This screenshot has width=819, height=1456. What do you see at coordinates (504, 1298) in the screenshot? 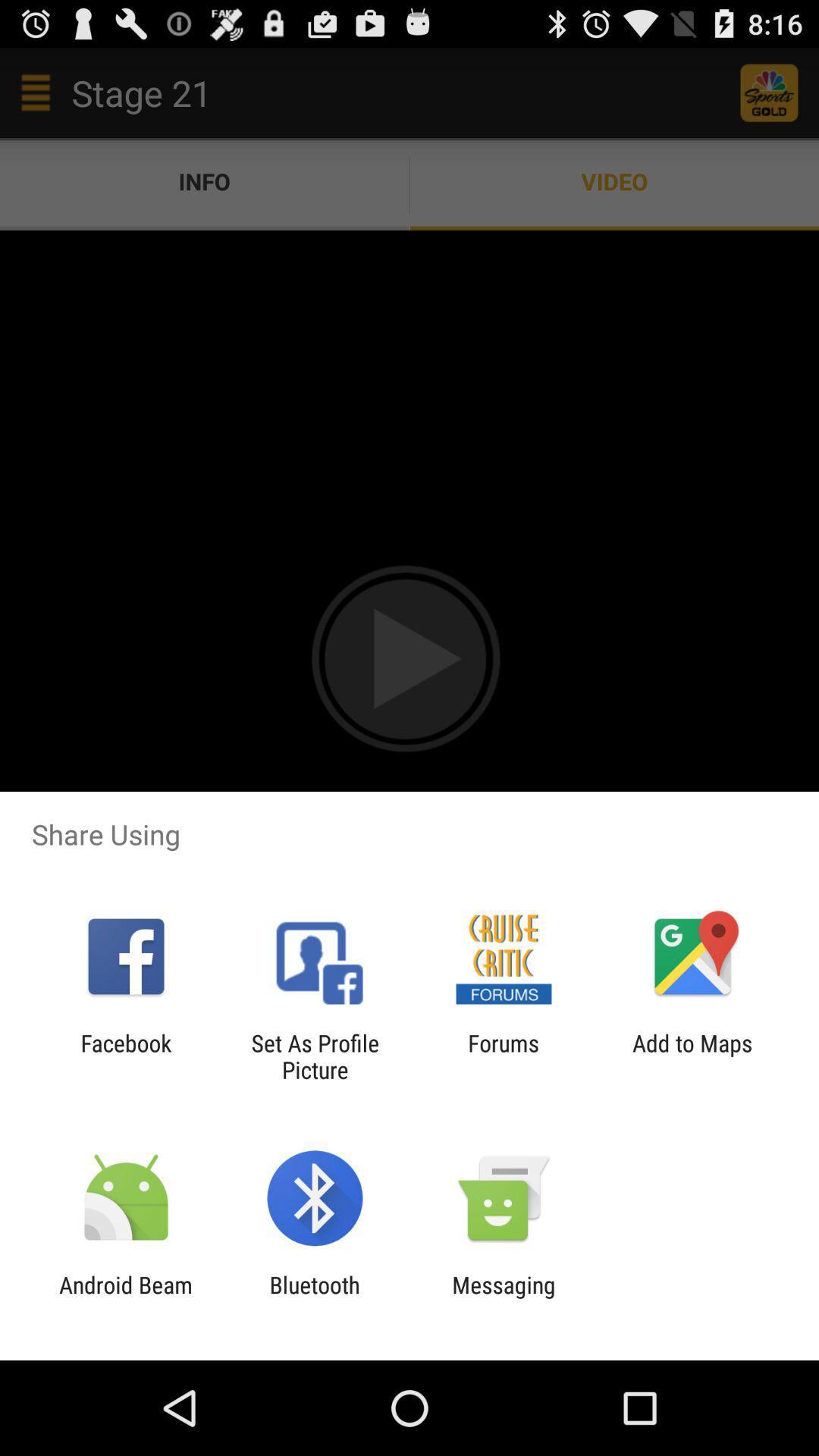
I see `messaging icon` at bounding box center [504, 1298].